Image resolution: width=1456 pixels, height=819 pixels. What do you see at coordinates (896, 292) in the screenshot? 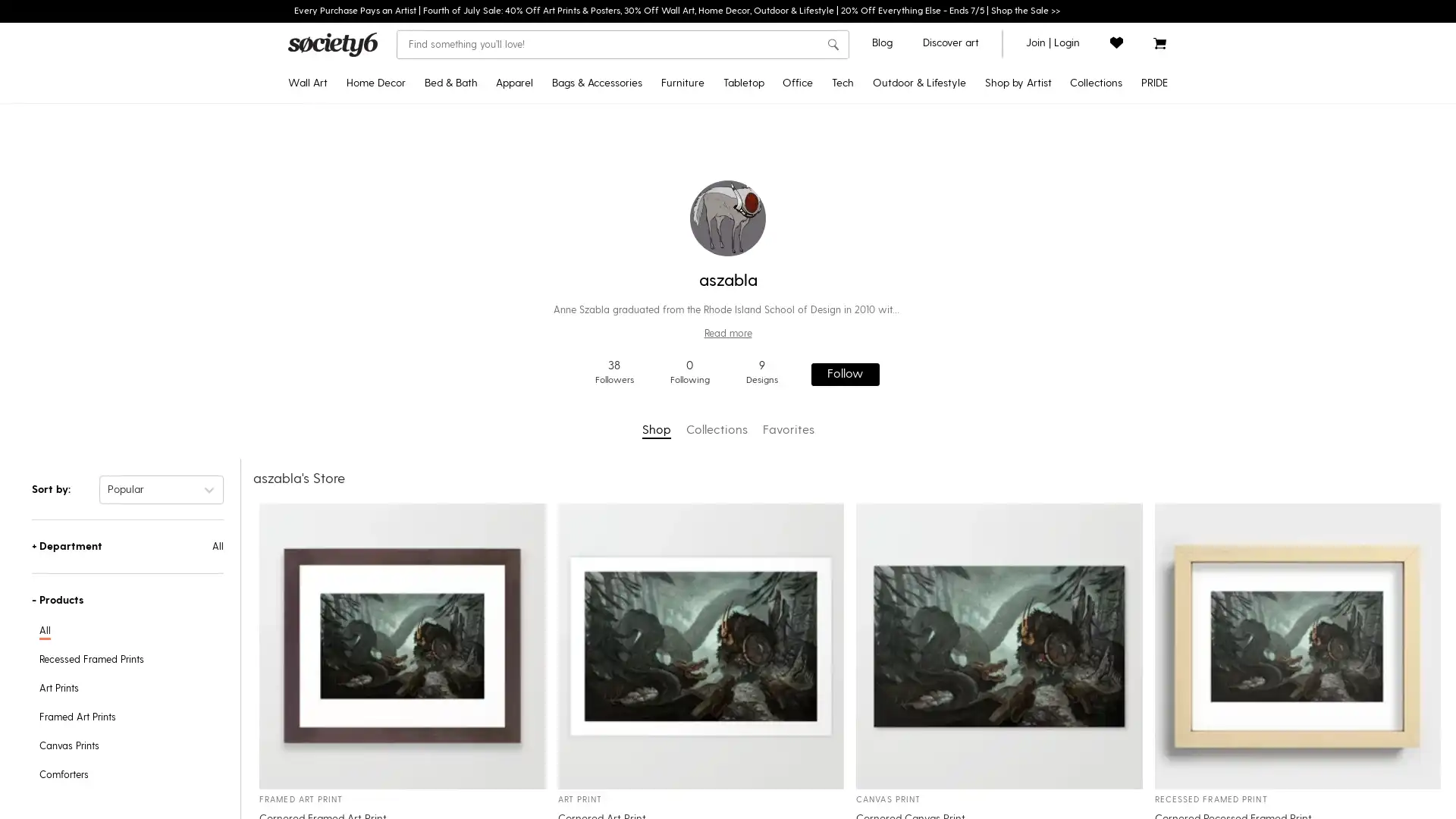
I see `Apple Watch Bands` at bounding box center [896, 292].